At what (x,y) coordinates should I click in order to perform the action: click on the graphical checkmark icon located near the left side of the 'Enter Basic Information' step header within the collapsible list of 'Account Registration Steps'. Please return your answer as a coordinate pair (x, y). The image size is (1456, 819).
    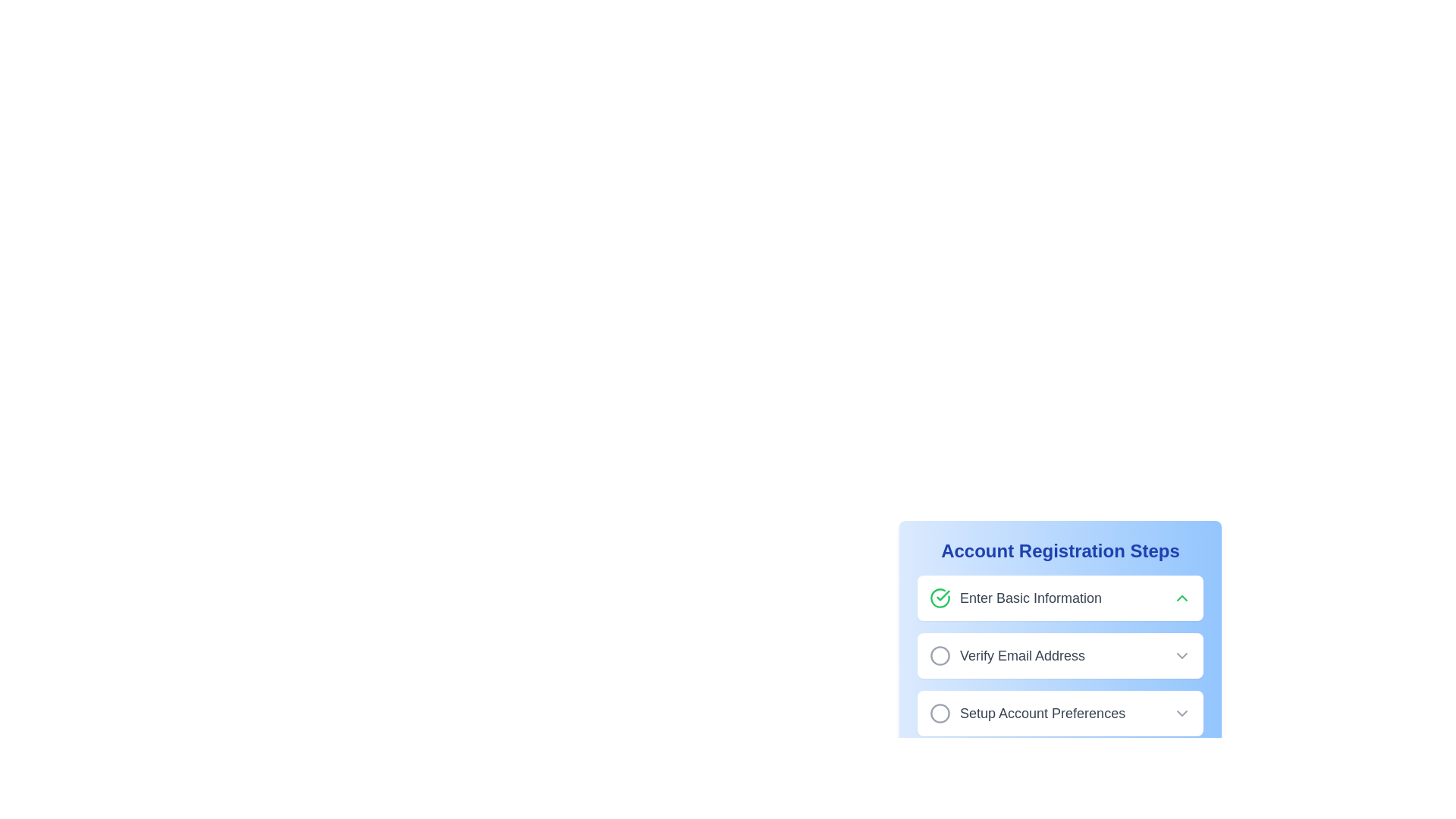
    Looking at the image, I should click on (943, 595).